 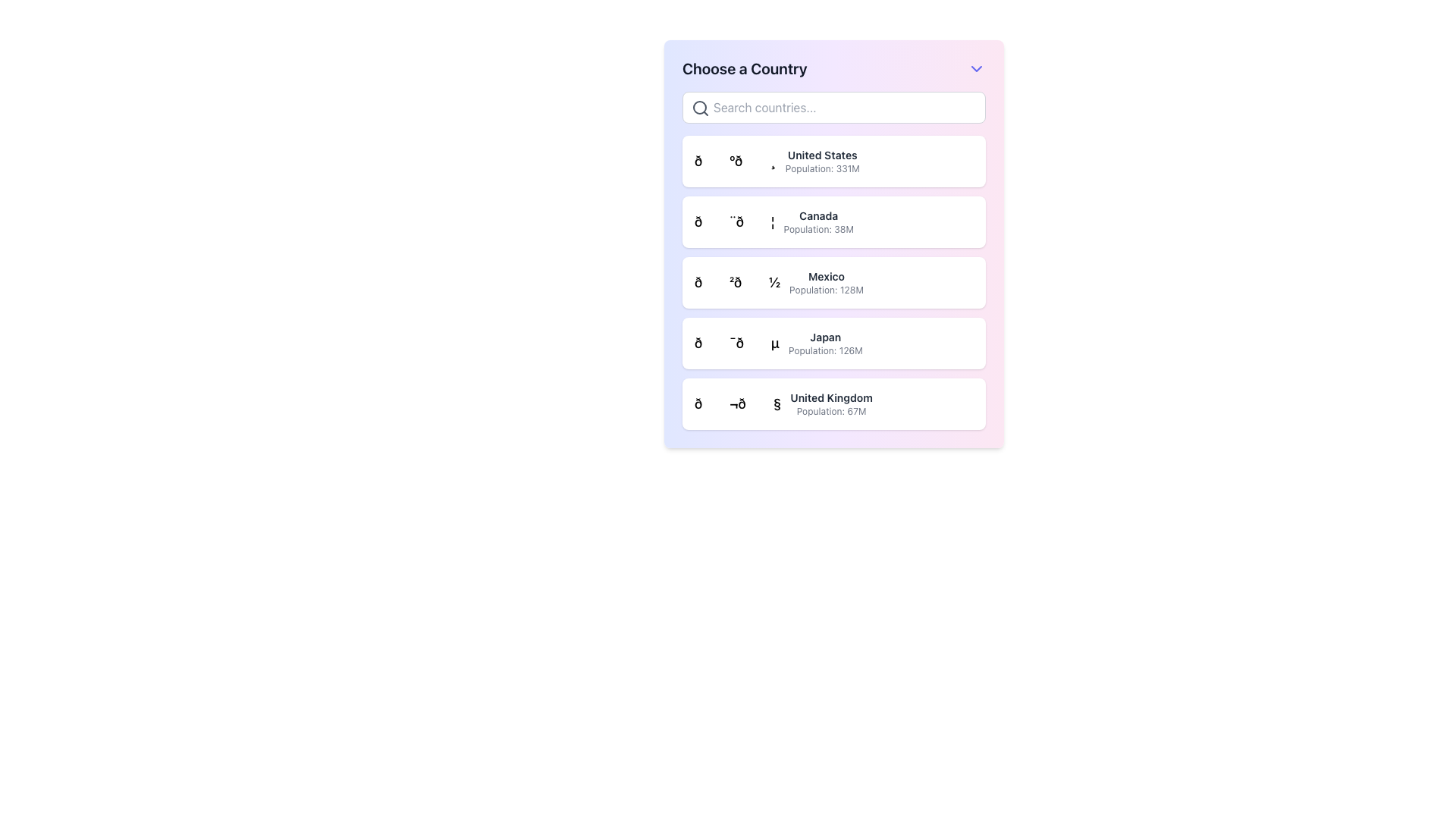 What do you see at coordinates (734, 222) in the screenshot?
I see `the flag emoji icon representing 'ð~~¨ð~~¦', located to the left of the text 'Canada Population: 38M' in the list item` at bounding box center [734, 222].